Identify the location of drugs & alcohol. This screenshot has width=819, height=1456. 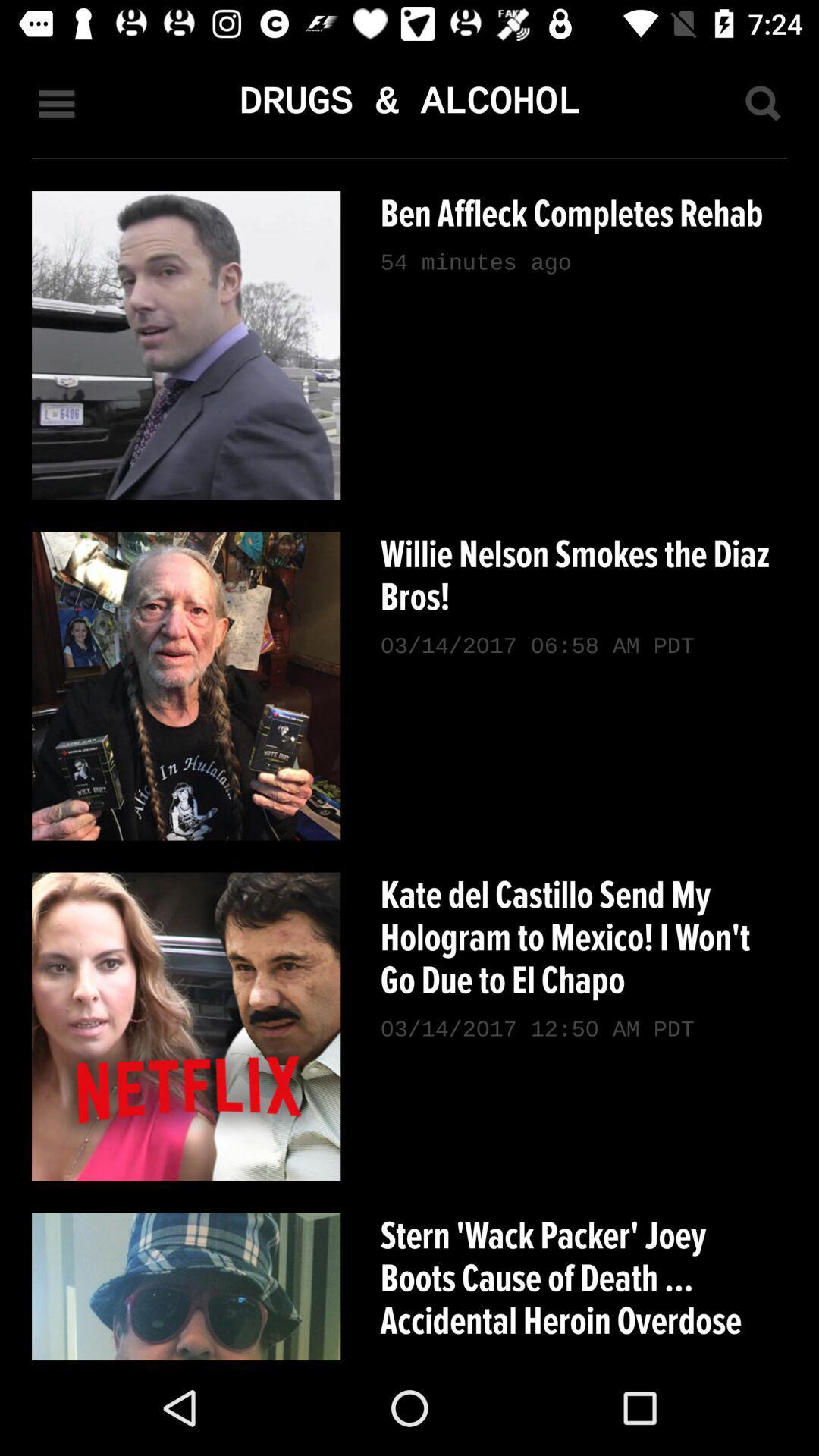
(409, 102).